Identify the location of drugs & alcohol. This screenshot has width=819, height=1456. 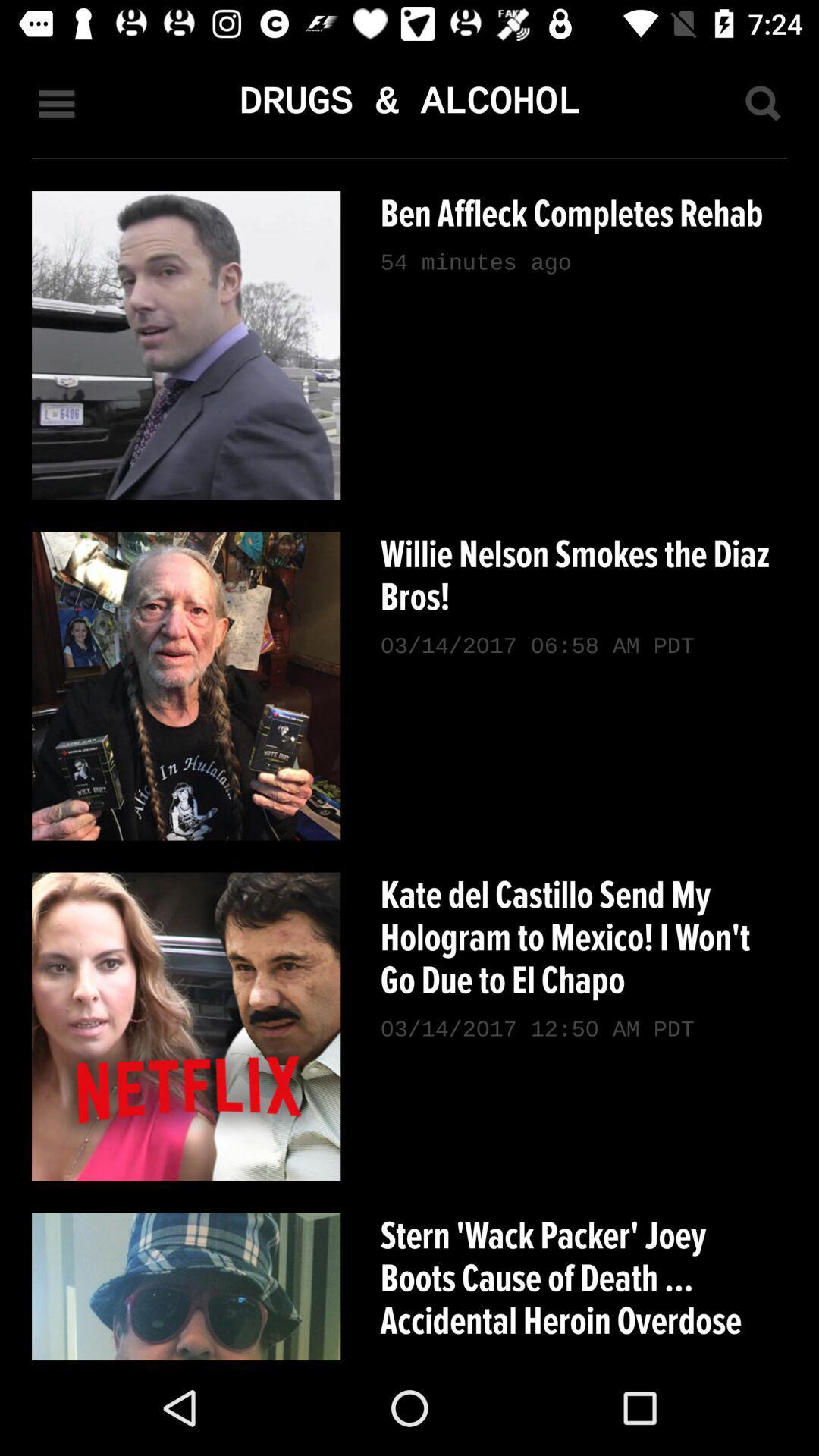
(409, 102).